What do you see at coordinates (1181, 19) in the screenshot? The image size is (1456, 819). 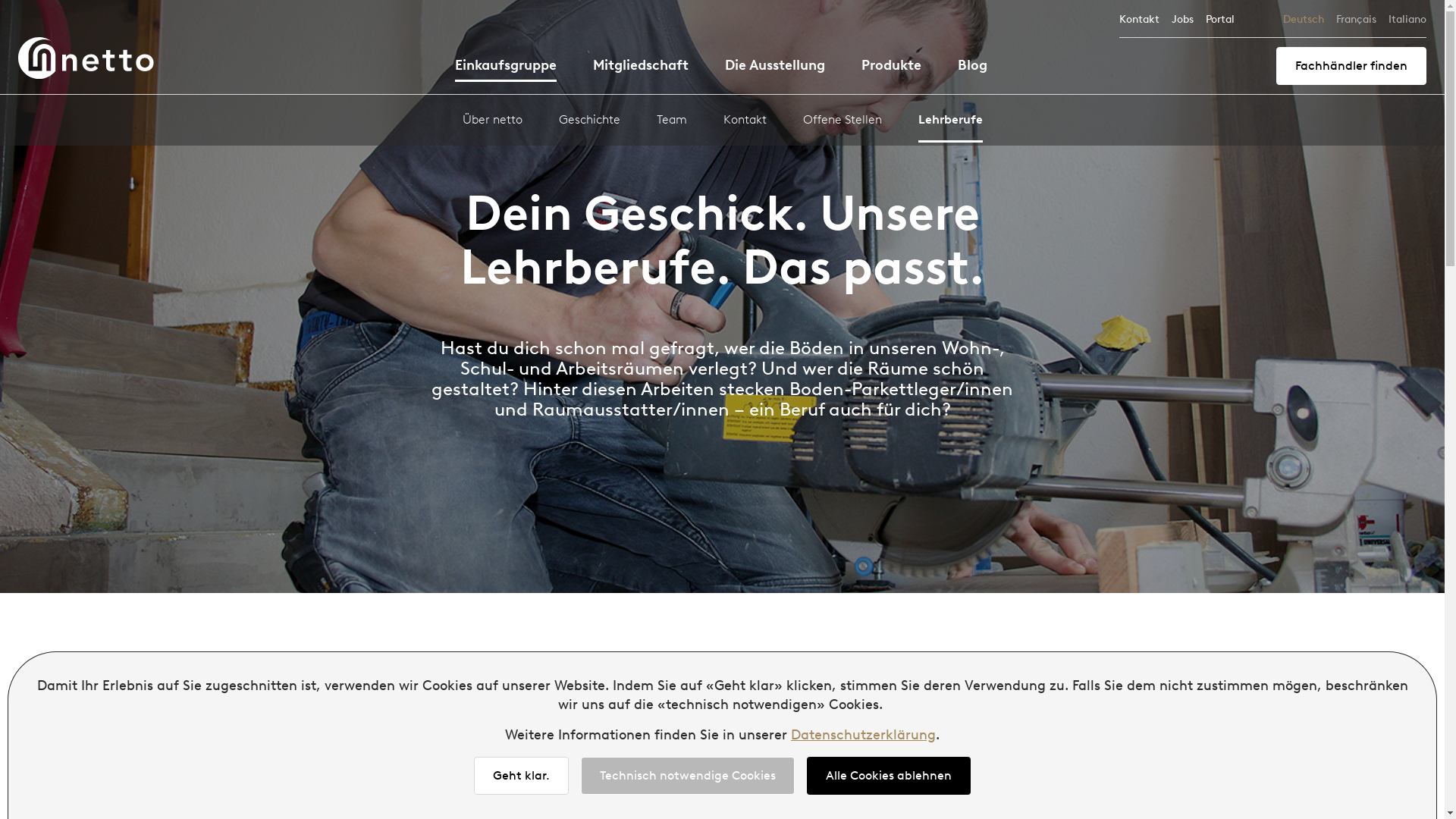 I see `'Jobs'` at bounding box center [1181, 19].